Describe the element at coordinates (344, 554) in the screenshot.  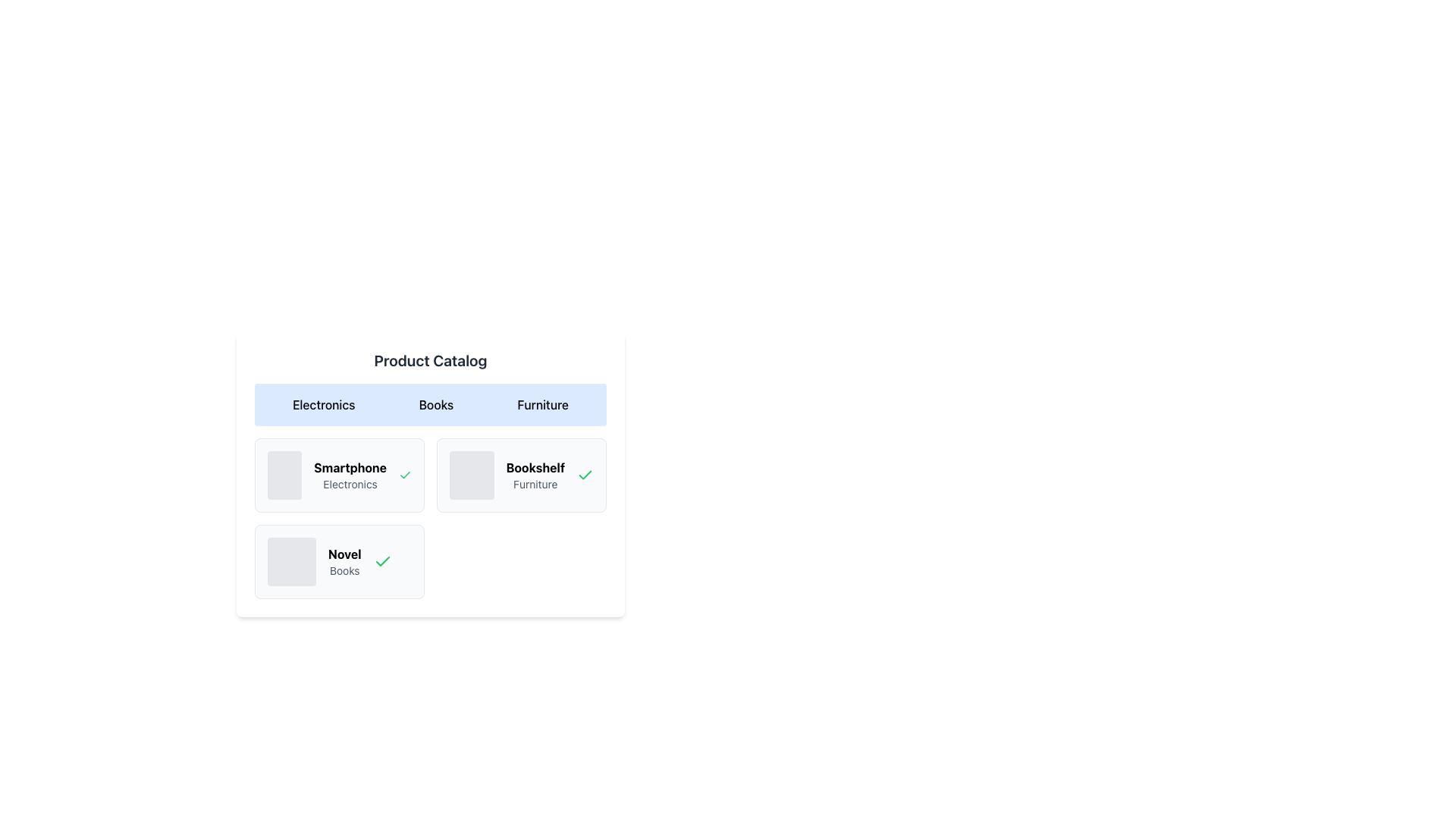
I see `the text label displaying 'Novel' in the second card of the 'Books' tab, which indicates the category of the product item` at that location.